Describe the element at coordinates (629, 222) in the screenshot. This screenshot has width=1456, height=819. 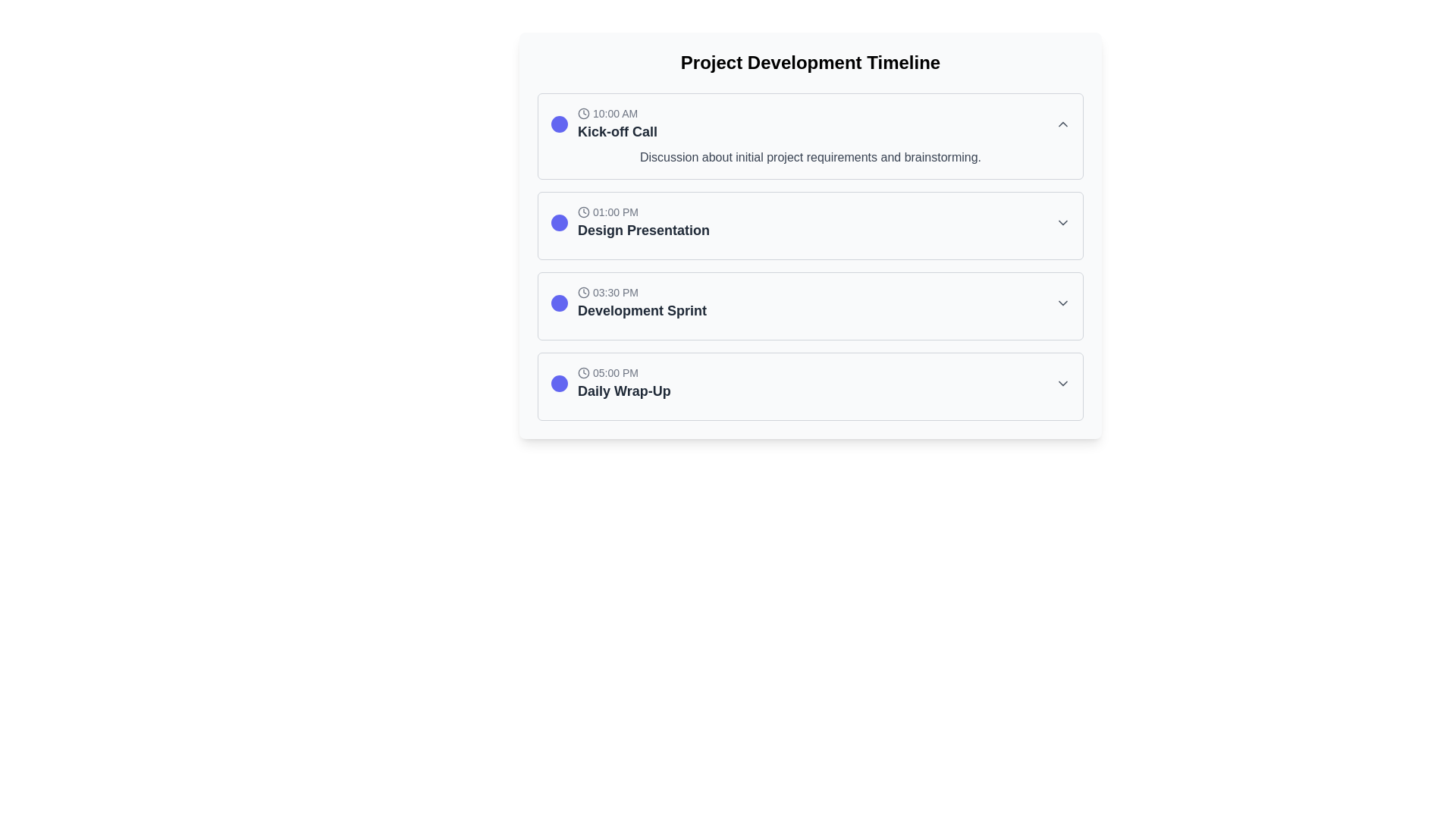
I see `the second item in the timeline event row, which features a purple circle icon on the left, a time label ('01:00 PM'), and a bold event title ('Design Presentation')` at that location.